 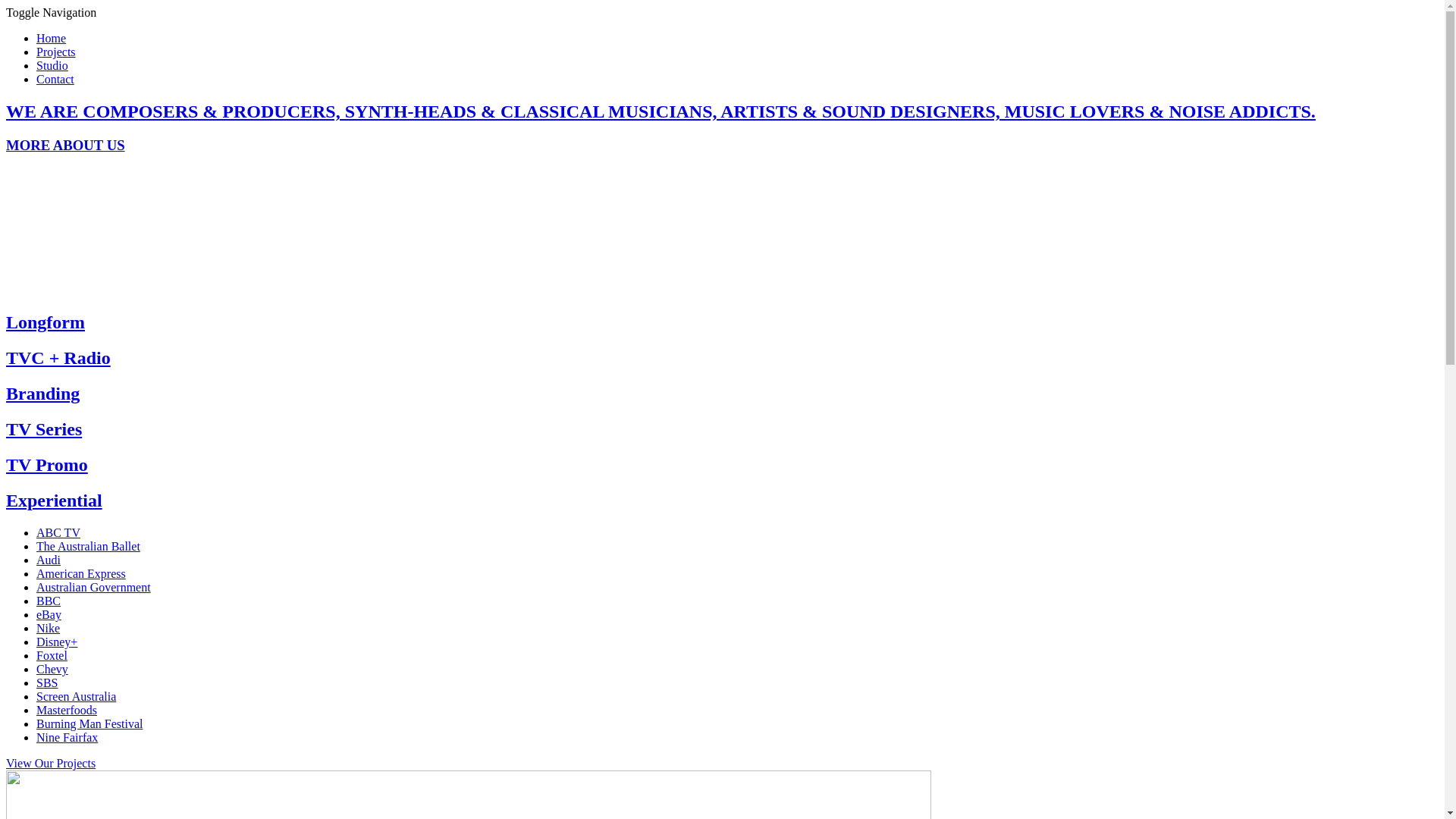 What do you see at coordinates (36, 600) in the screenshot?
I see `'BBC'` at bounding box center [36, 600].